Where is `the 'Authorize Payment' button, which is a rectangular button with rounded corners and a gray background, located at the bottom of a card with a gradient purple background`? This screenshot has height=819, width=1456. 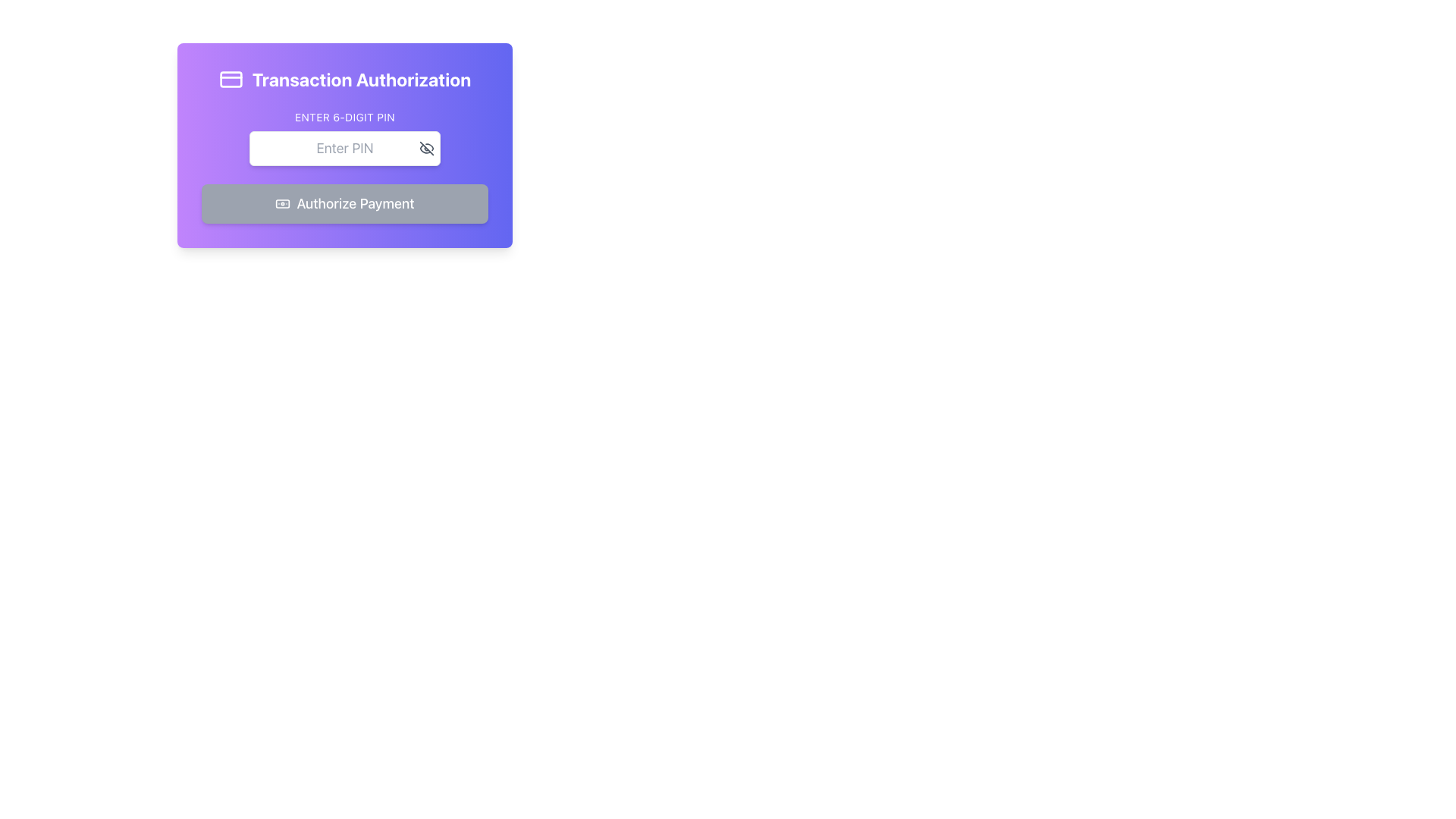 the 'Authorize Payment' button, which is a rectangular button with rounded corners and a gray background, located at the bottom of a card with a gradient purple background is located at coordinates (344, 203).